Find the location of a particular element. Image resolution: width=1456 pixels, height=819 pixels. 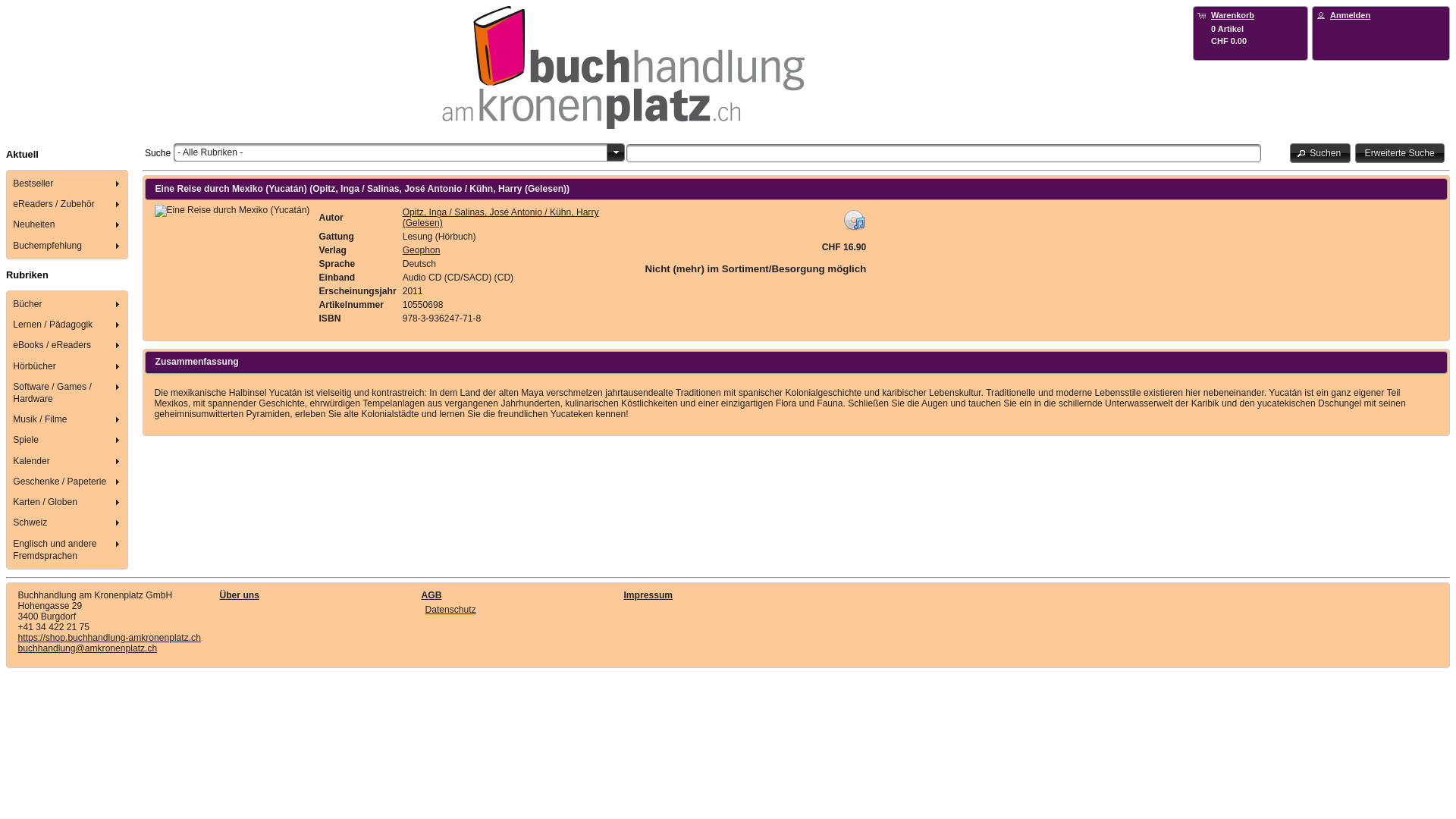

'Suchen' is located at coordinates (1288, 152).